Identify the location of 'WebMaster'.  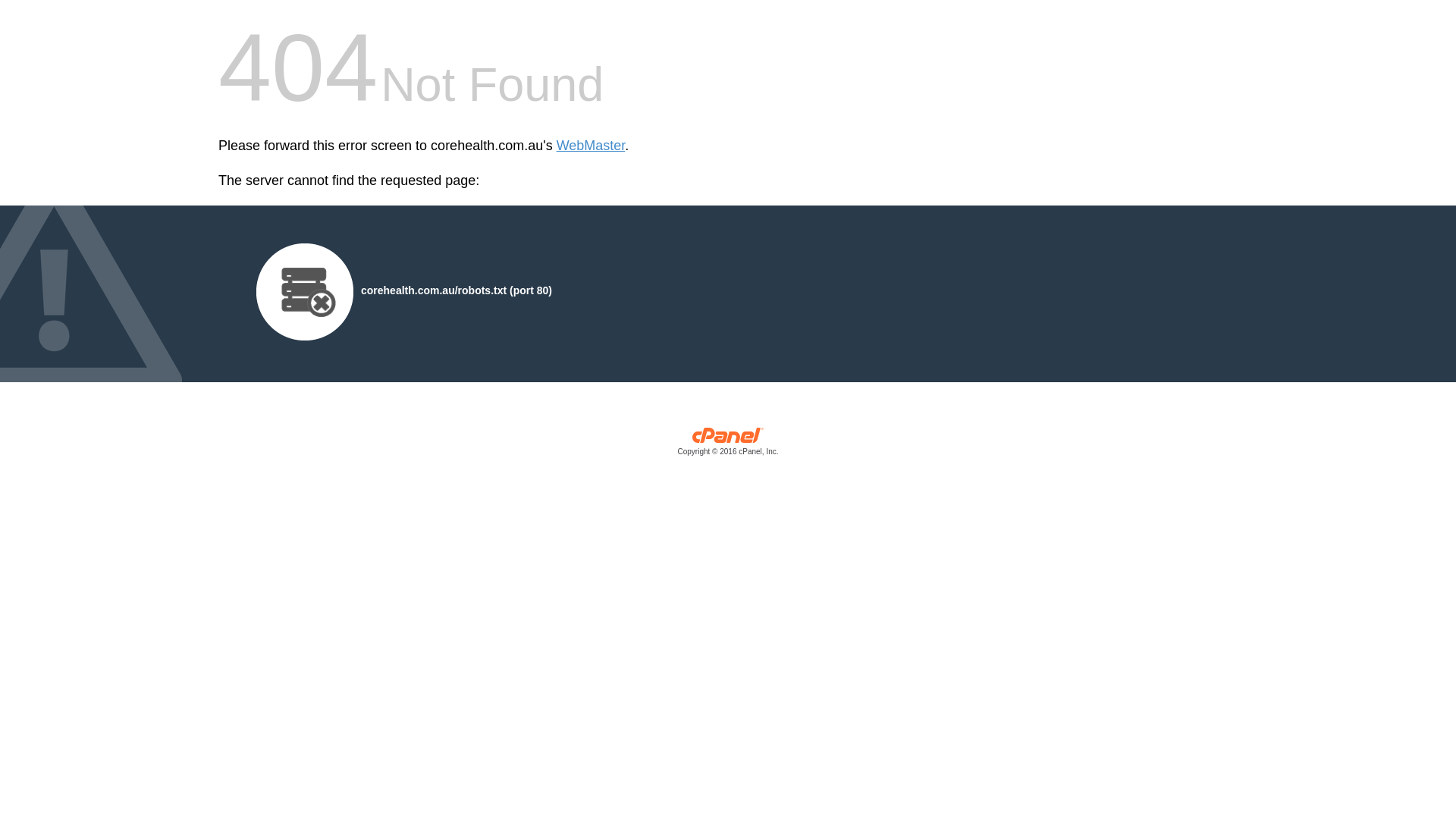
(556, 146).